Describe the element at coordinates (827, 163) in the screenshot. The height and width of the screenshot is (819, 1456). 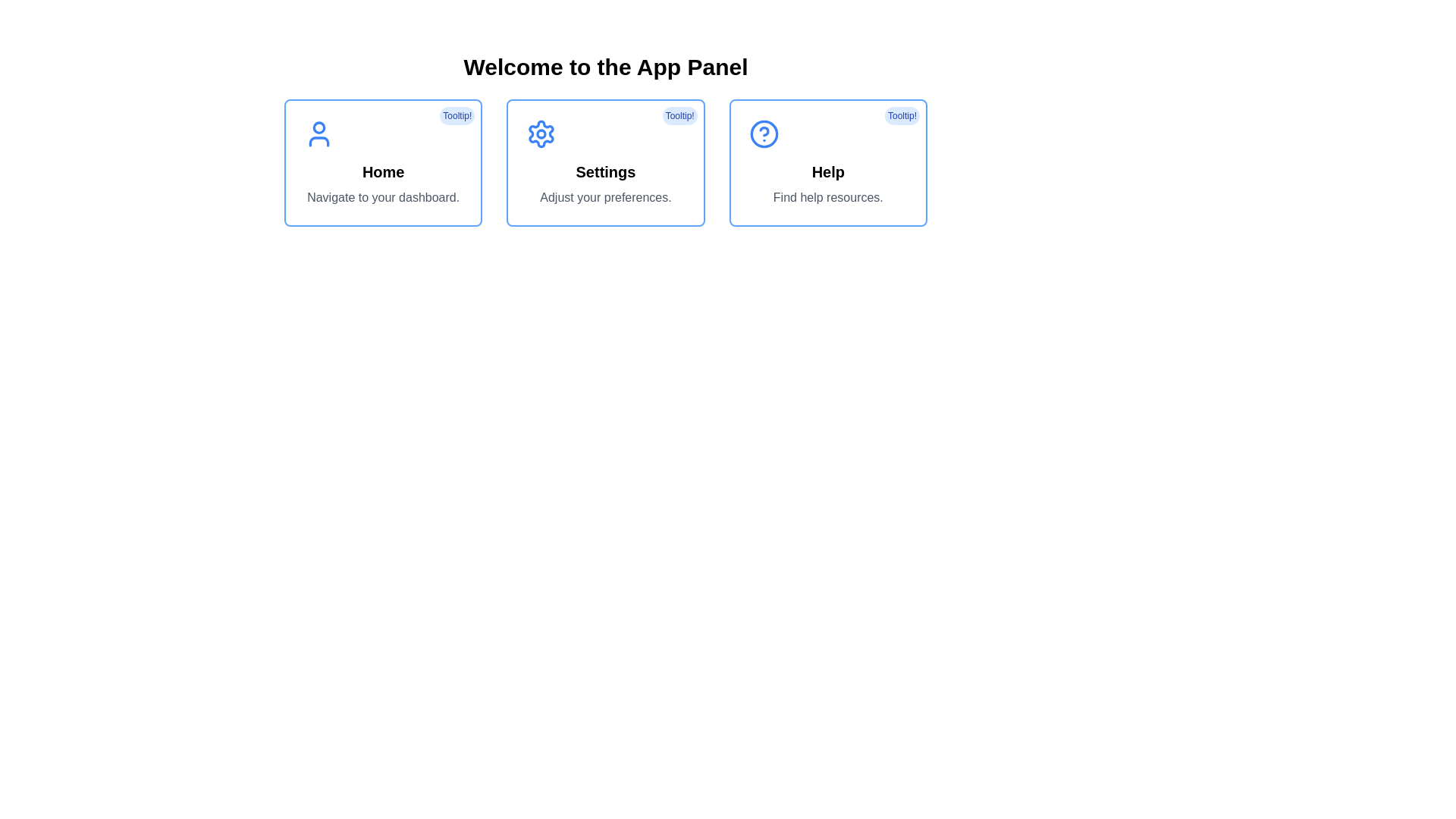
I see `the Interactive Card, which is the third card in a horizontal row of three located in the upper-right quadrant of the viewport` at that location.